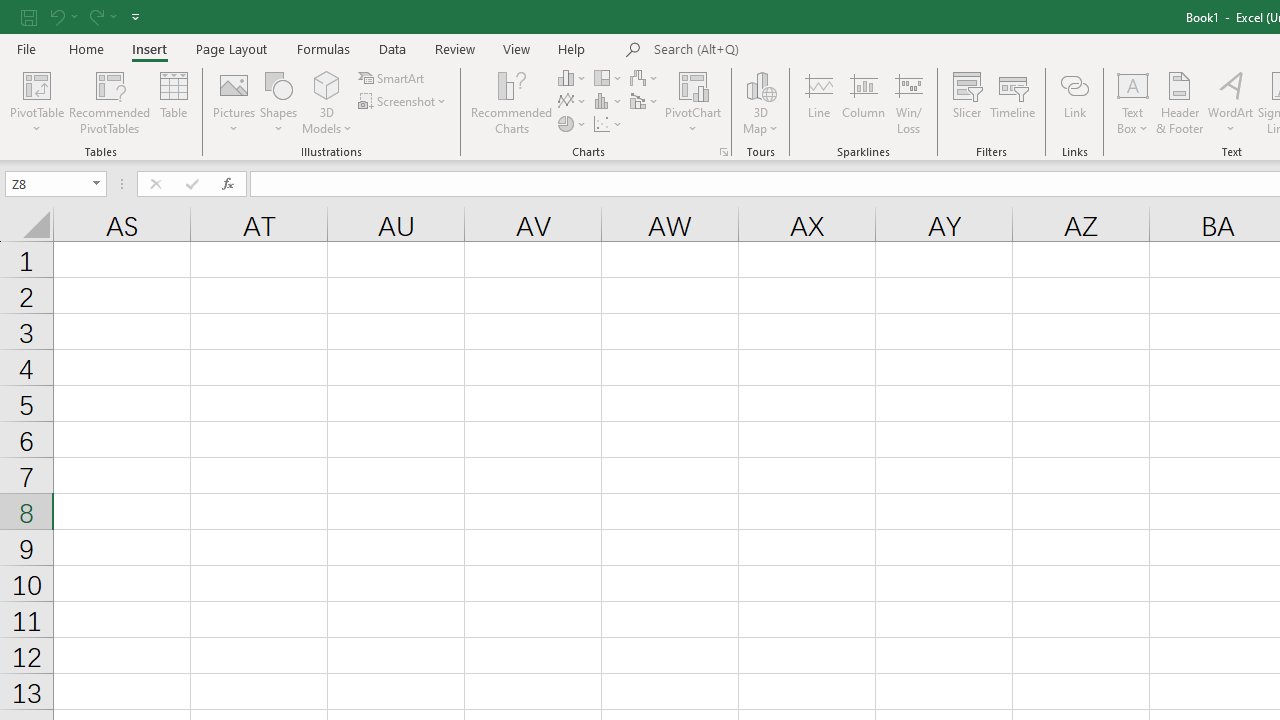 The width and height of the screenshot is (1280, 720). I want to click on 'Line', so click(818, 103).